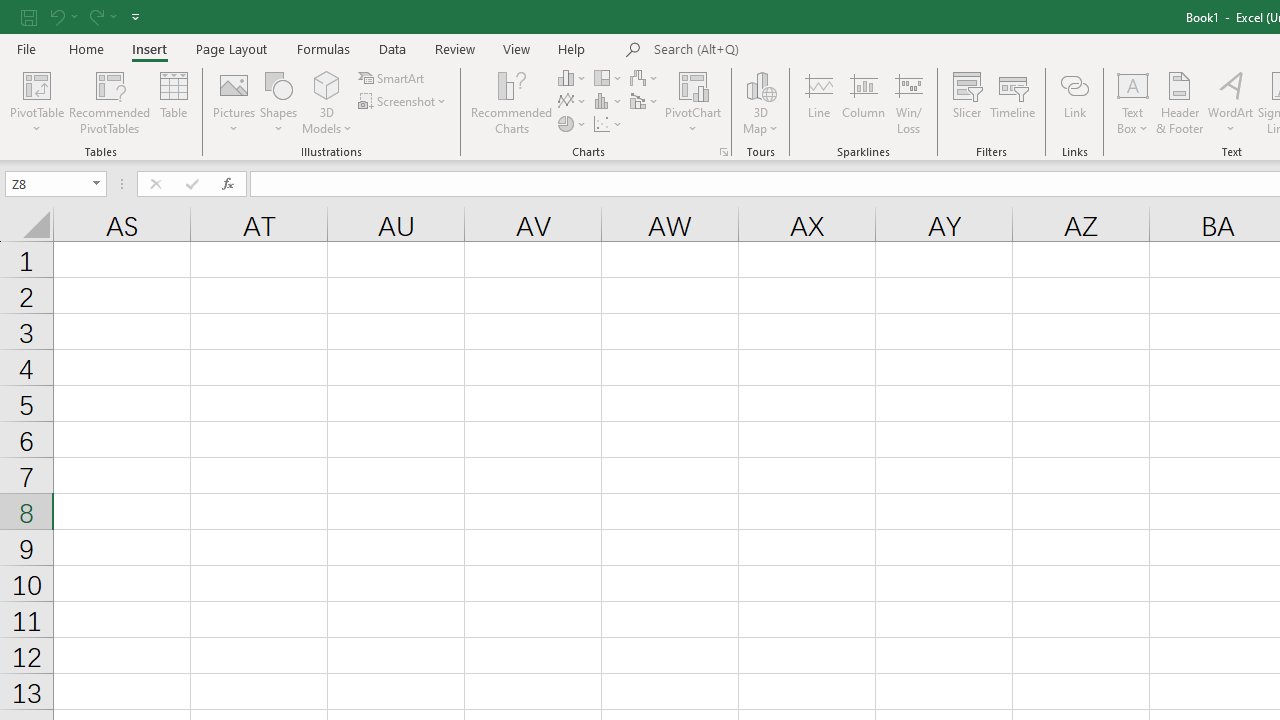 The width and height of the screenshot is (1280, 720). I want to click on 'Line', so click(818, 103).